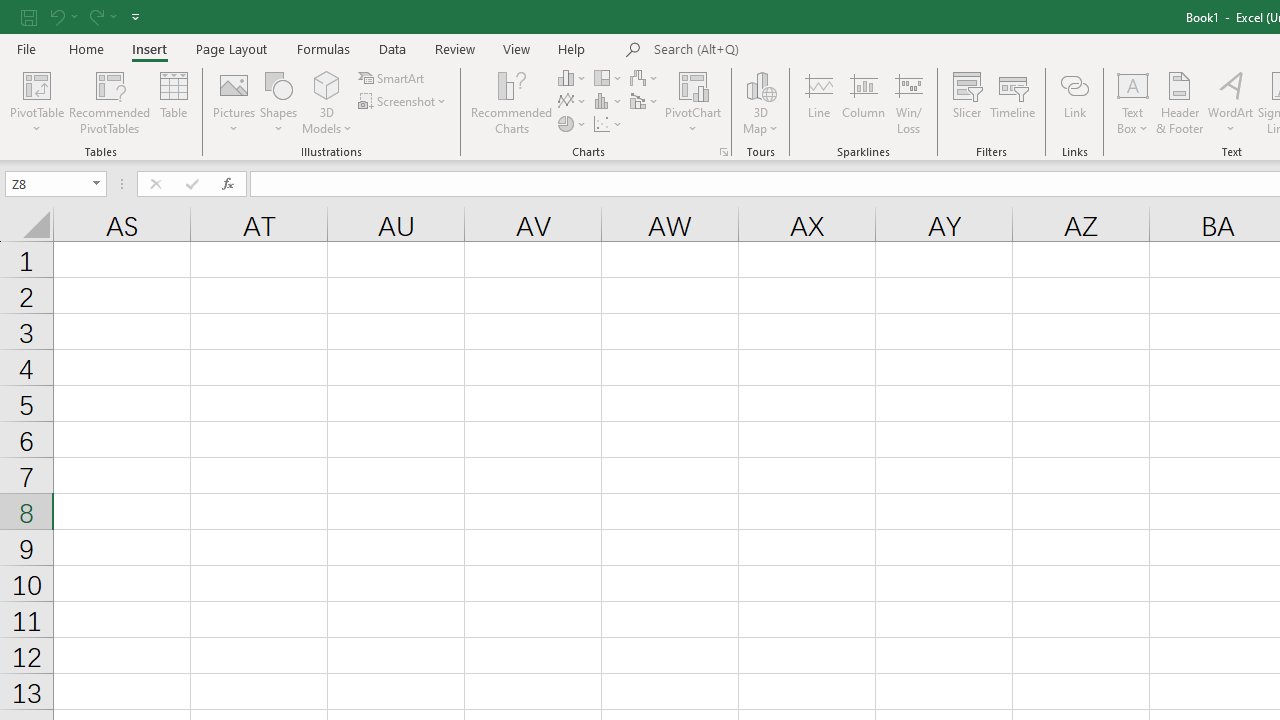 The width and height of the screenshot is (1280, 720). I want to click on 'Line', so click(818, 103).